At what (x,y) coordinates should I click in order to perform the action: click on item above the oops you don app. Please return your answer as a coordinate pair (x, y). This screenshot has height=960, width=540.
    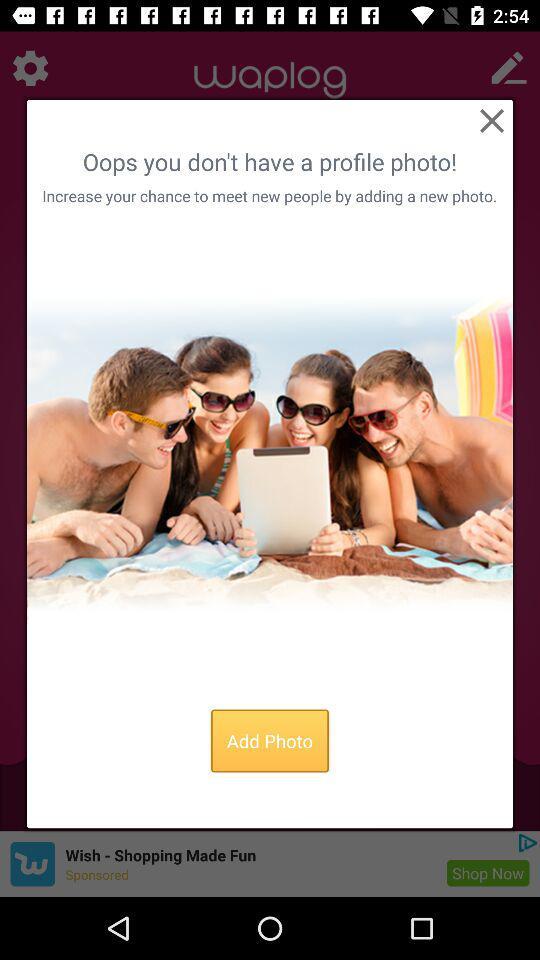
    Looking at the image, I should click on (490, 120).